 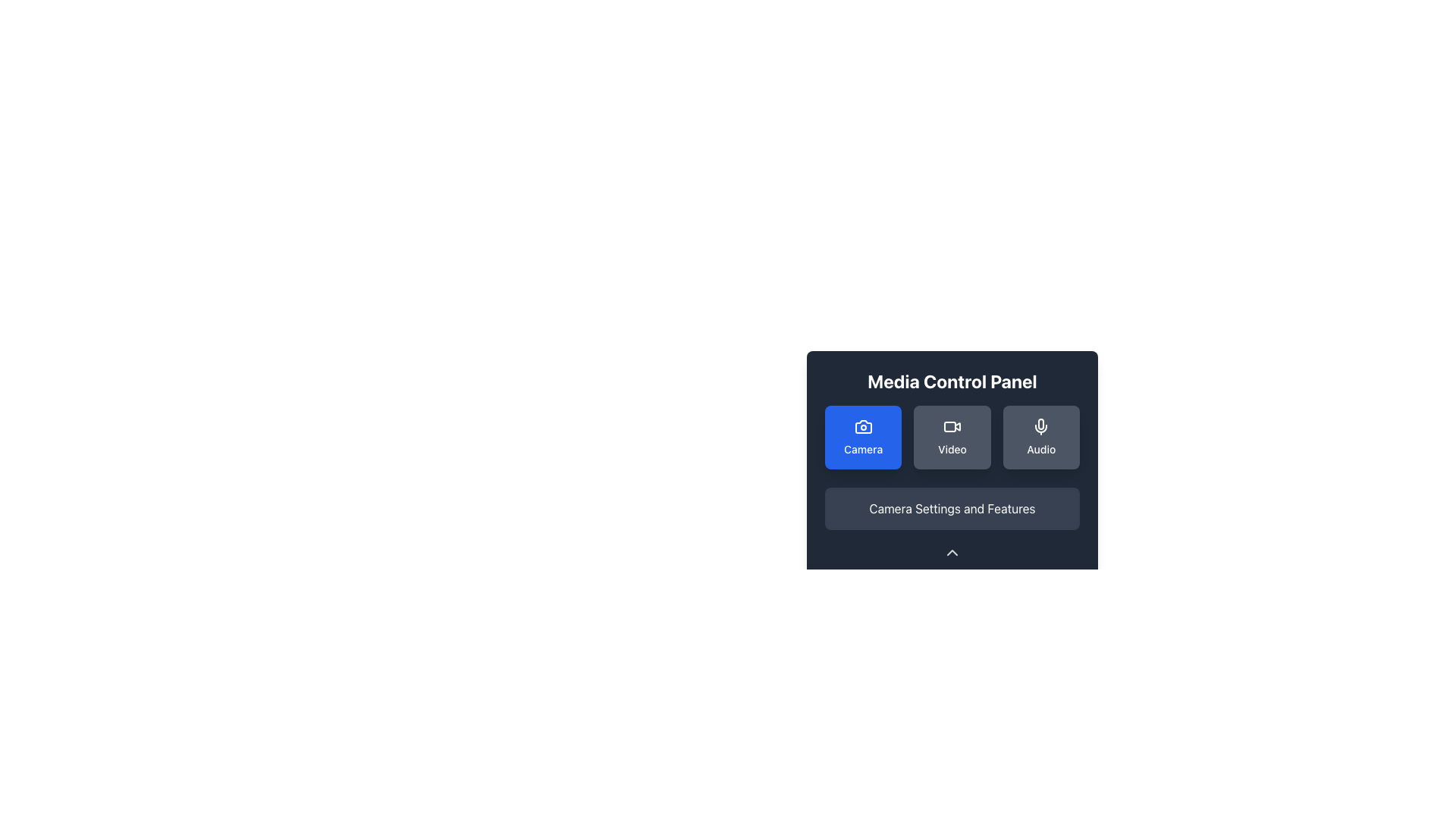 What do you see at coordinates (952, 449) in the screenshot?
I see `the 'Video' label text component located within the 'Media Control Panel' options to trigger the tooltip or focus change` at bounding box center [952, 449].